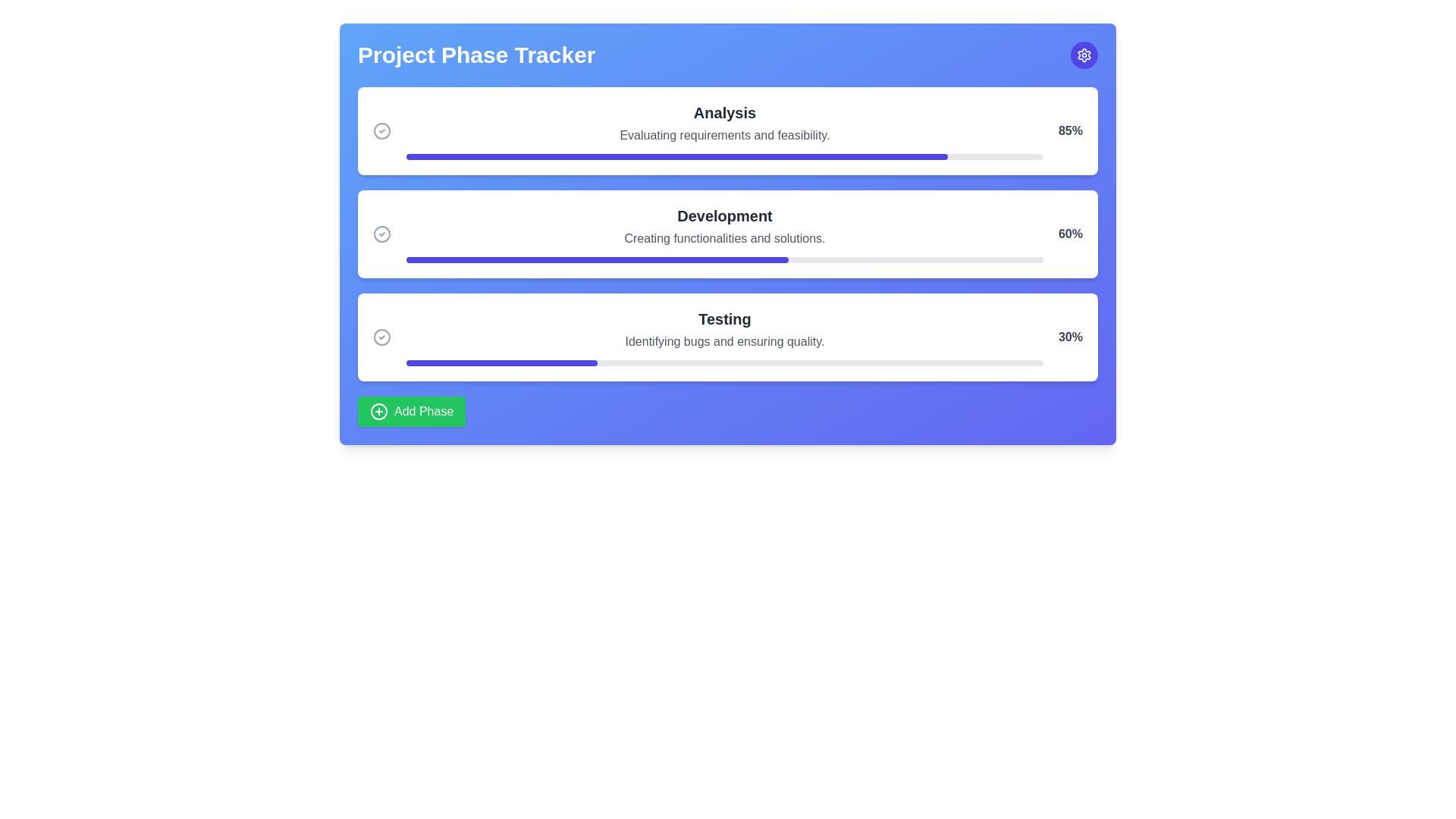 This screenshot has width=1456, height=819. Describe the element at coordinates (1084, 55) in the screenshot. I see `the circular gear icon located in the top-right corner of the user interface` at that location.